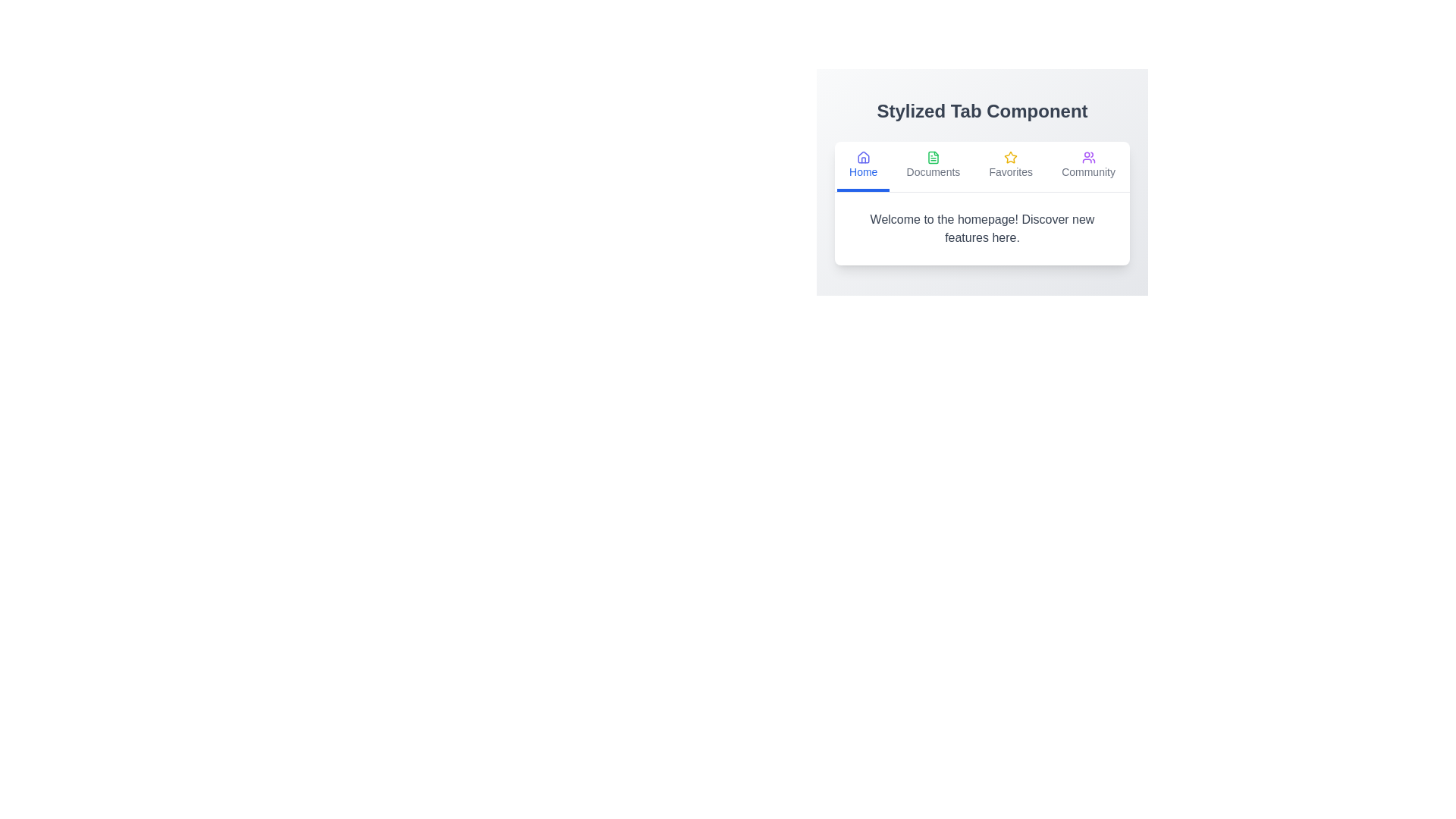  What do you see at coordinates (862, 171) in the screenshot?
I see `the 'Home' tab label, which is a blue text display with a blue underline indicating it's the active tab in the navigation bar, to switch to the 'Home' content` at bounding box center [862, 171].